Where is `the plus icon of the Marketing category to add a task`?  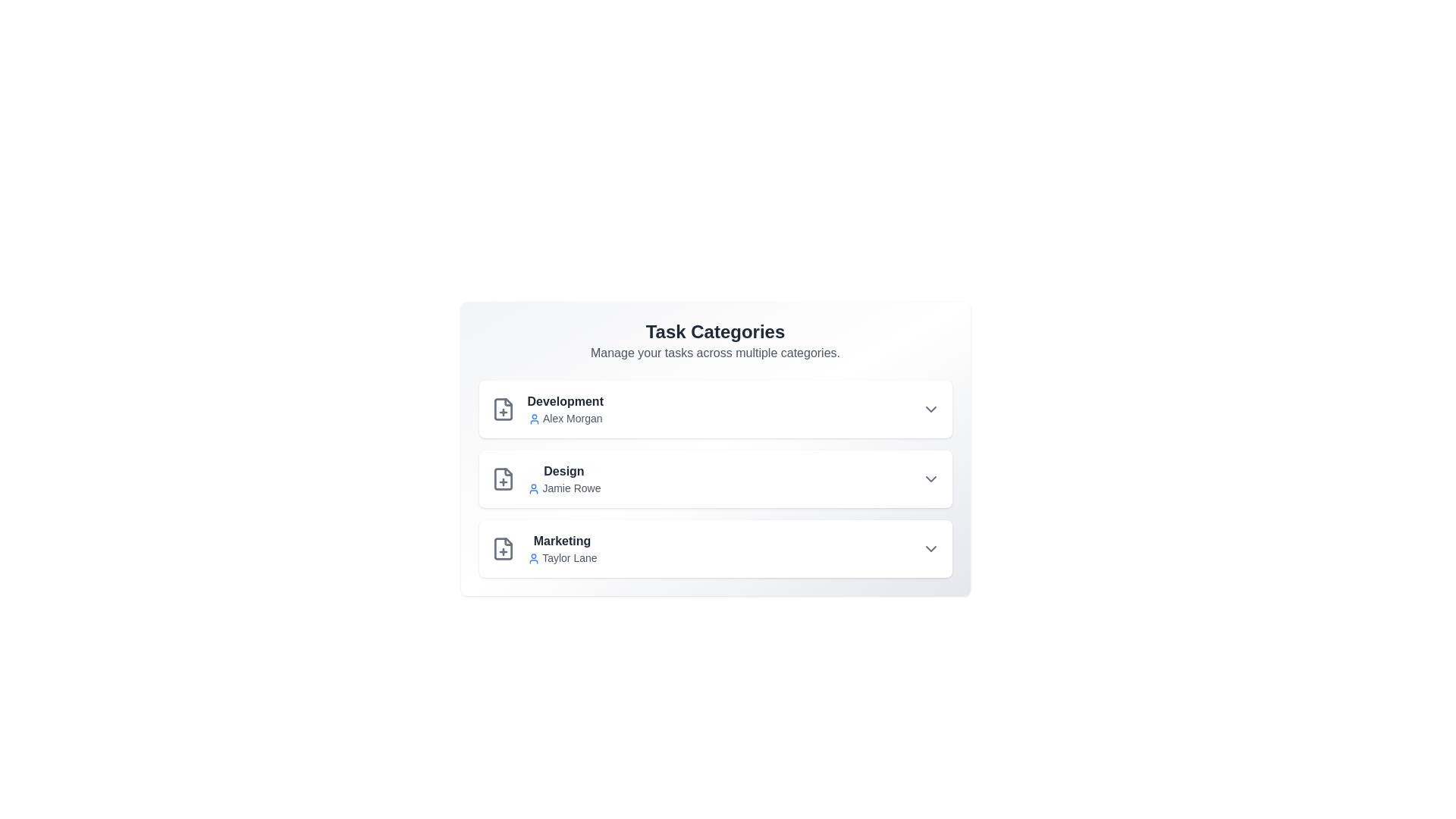 the plus icon of the Marketing category to add a task is located at coordinates (503, 549).